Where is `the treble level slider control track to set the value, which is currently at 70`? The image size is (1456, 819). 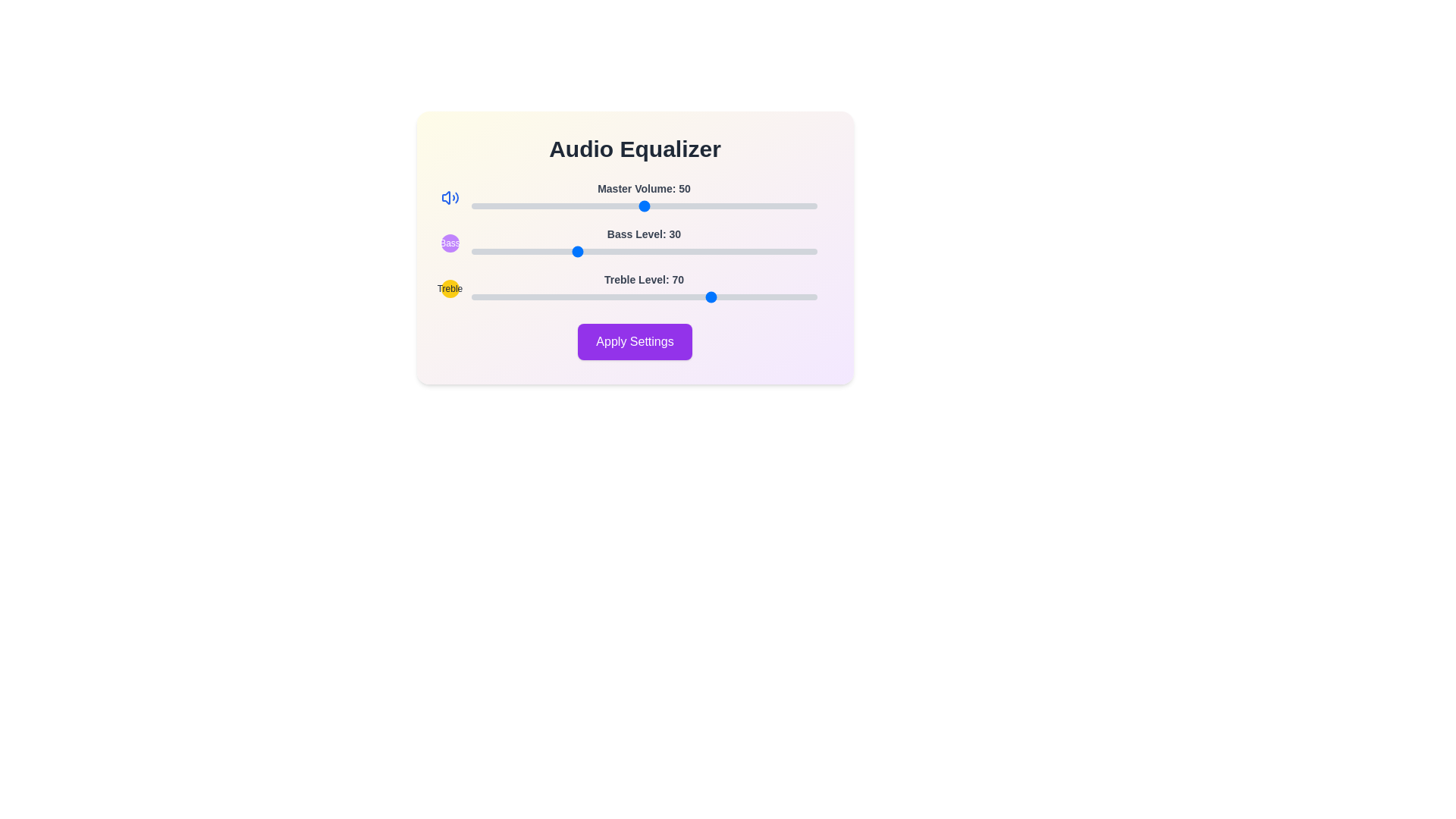 the treble level slider control track to set the value, which is currently at 70 is located at coordinates (644, 297).